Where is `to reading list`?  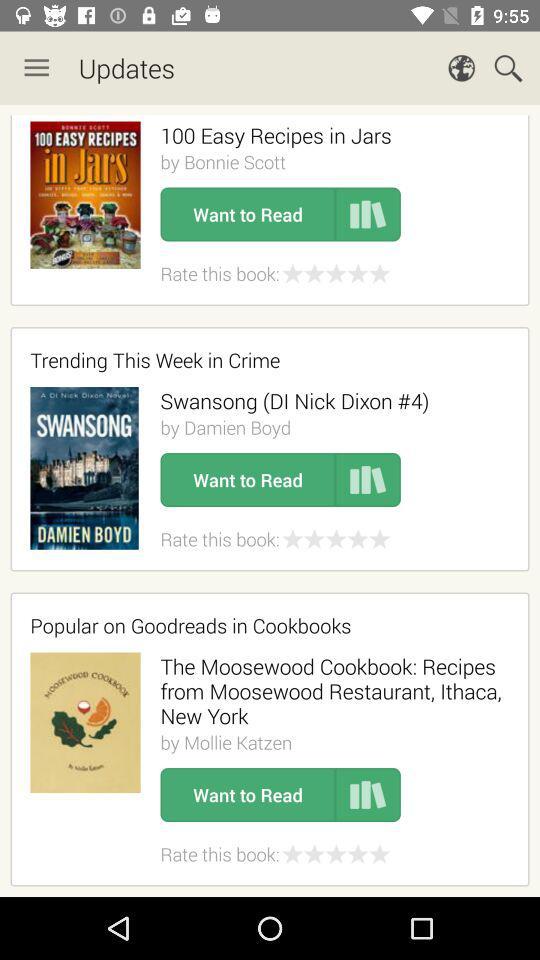 to reading list is located at coordinates (367, 214).